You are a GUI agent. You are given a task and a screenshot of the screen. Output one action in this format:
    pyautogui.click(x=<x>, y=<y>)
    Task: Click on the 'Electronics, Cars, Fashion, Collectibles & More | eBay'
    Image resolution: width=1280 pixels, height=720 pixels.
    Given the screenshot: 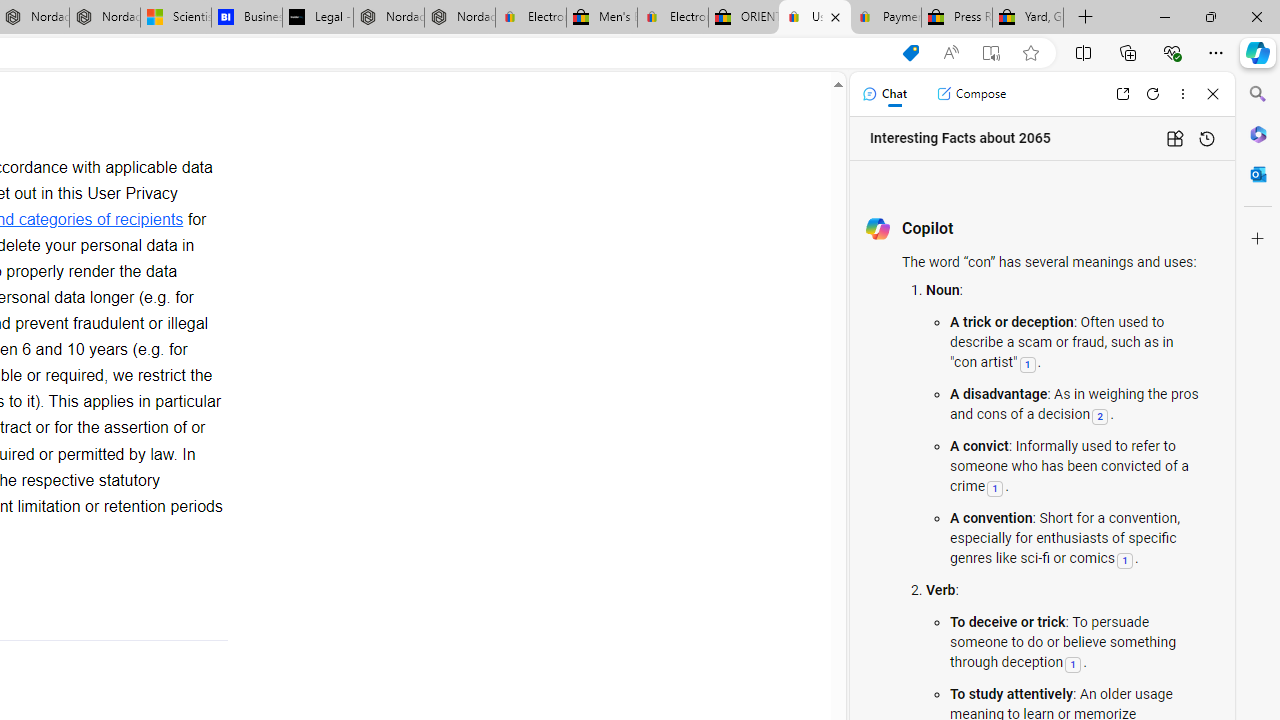 What is the action you would take?
    pyautogui.click(x=672, y=17)
    